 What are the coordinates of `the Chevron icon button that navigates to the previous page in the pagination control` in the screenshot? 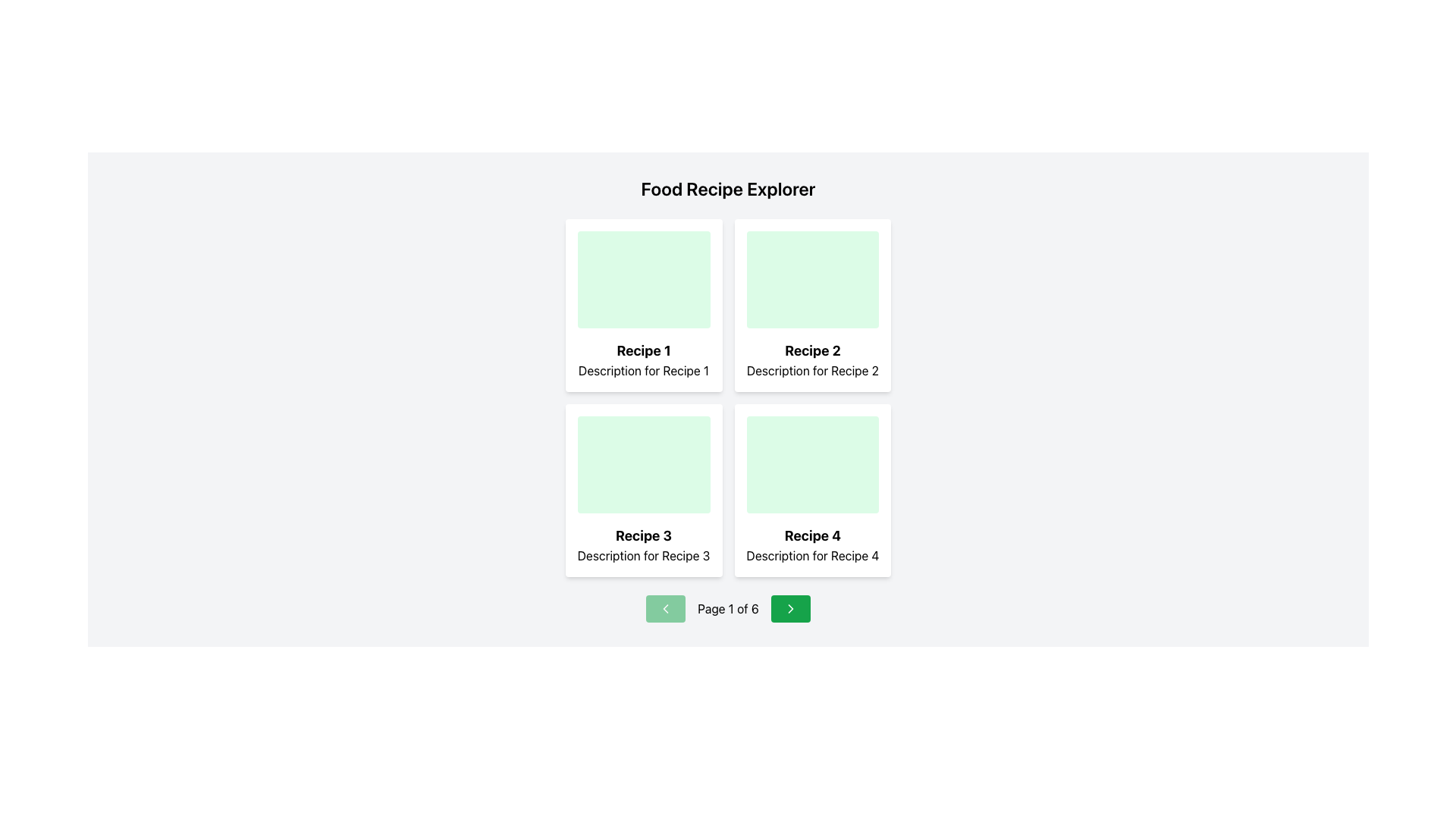 It's located at (666, 607).